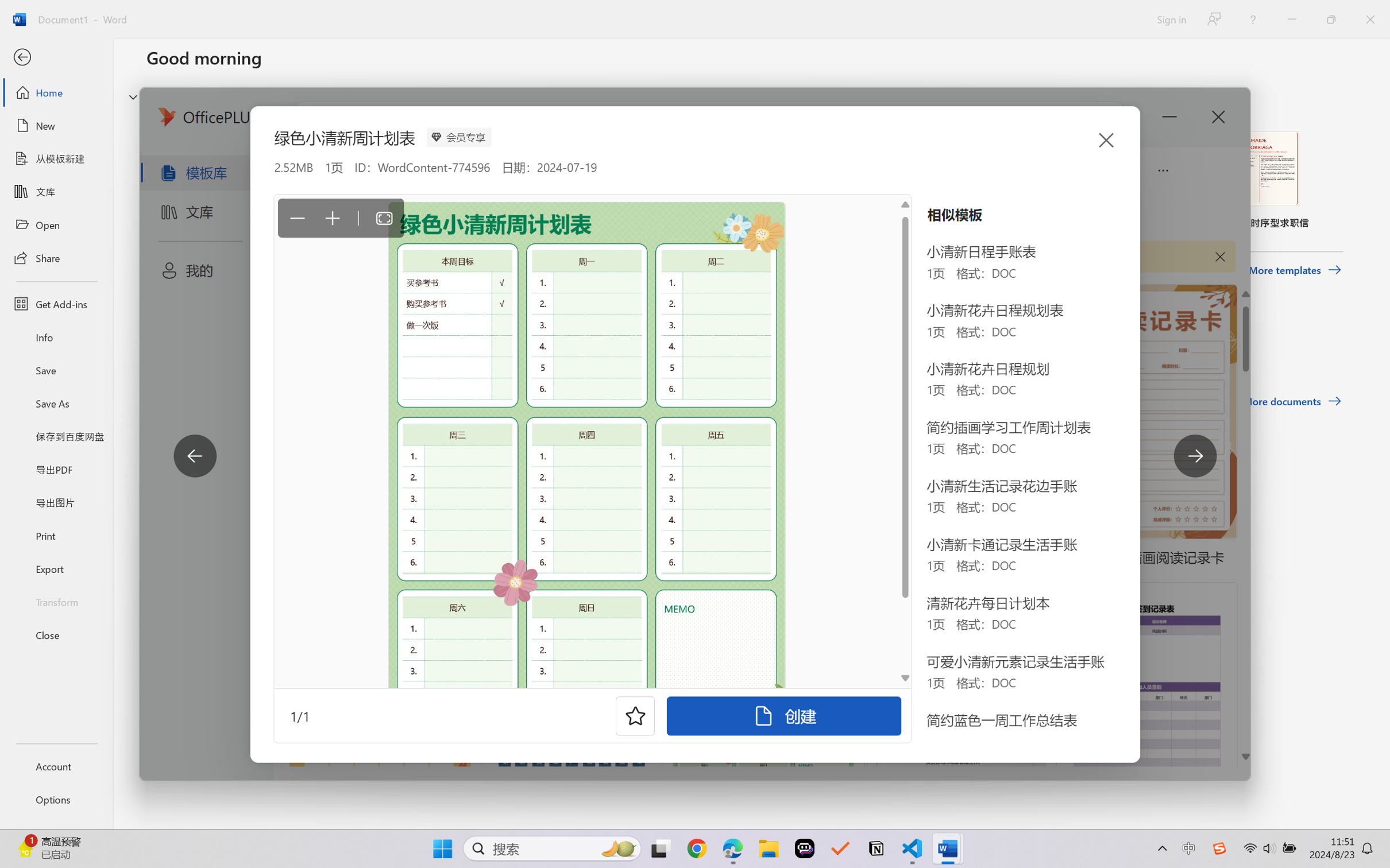  I want to click on 'Get Add-ins', so click(56, 303).